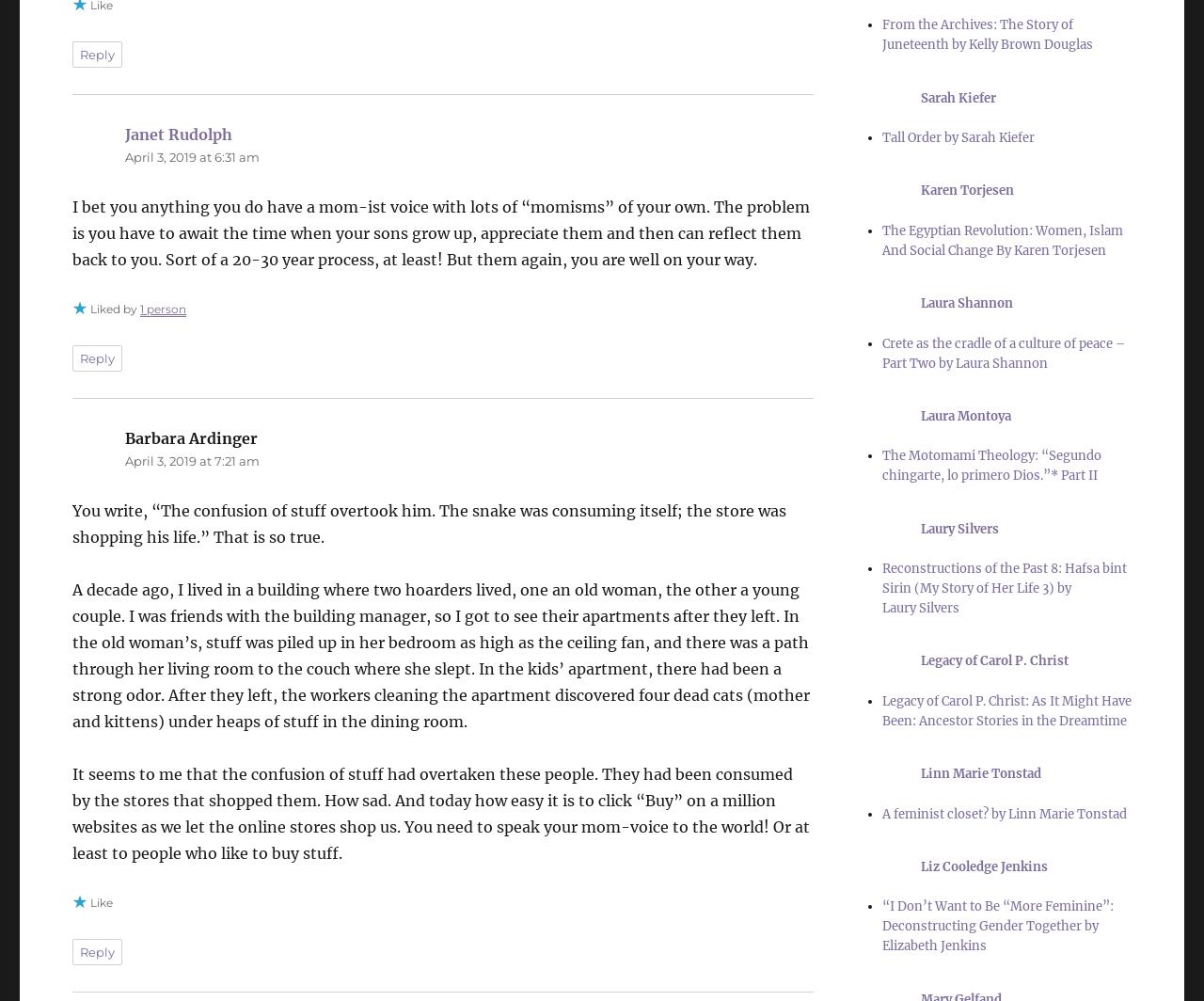 This screenshot has width=1204, height=1001. What do you see at coordinates (123, 460) in the screenshot?
I see `'April 3, 2019 at 7:21 am'` at bounding box center [123, 460].